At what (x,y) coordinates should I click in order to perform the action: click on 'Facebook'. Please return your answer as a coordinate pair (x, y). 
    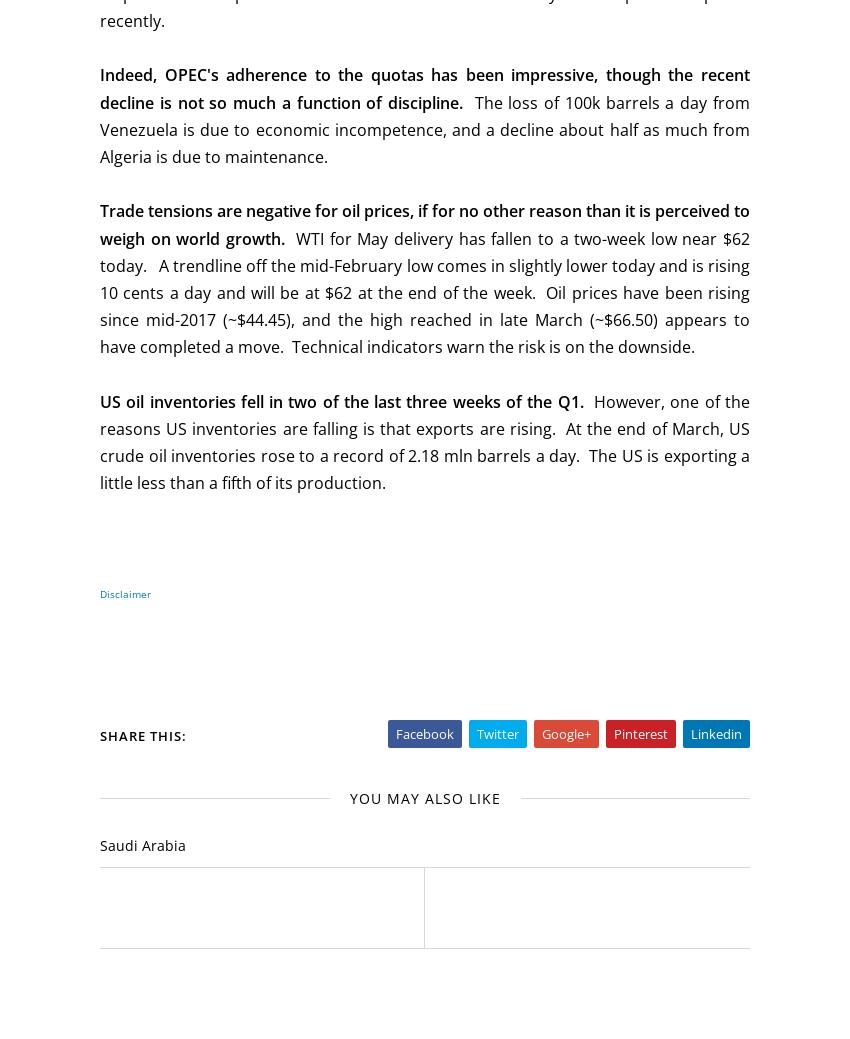
    Looking at the image, I should click on (425, 732).